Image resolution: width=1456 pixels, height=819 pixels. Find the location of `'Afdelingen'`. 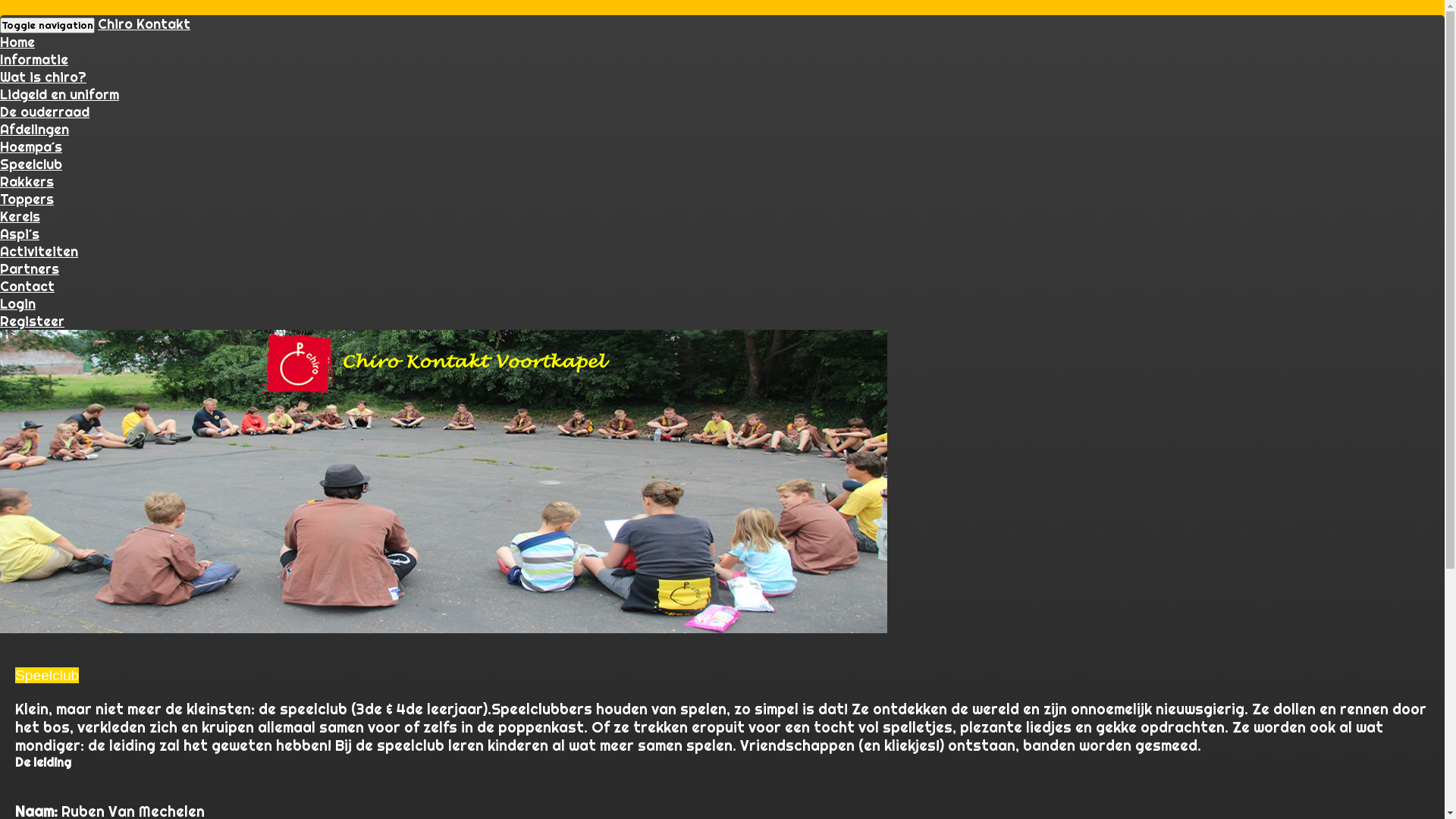

'Afdelingen' is located at coordinates (34, 128).